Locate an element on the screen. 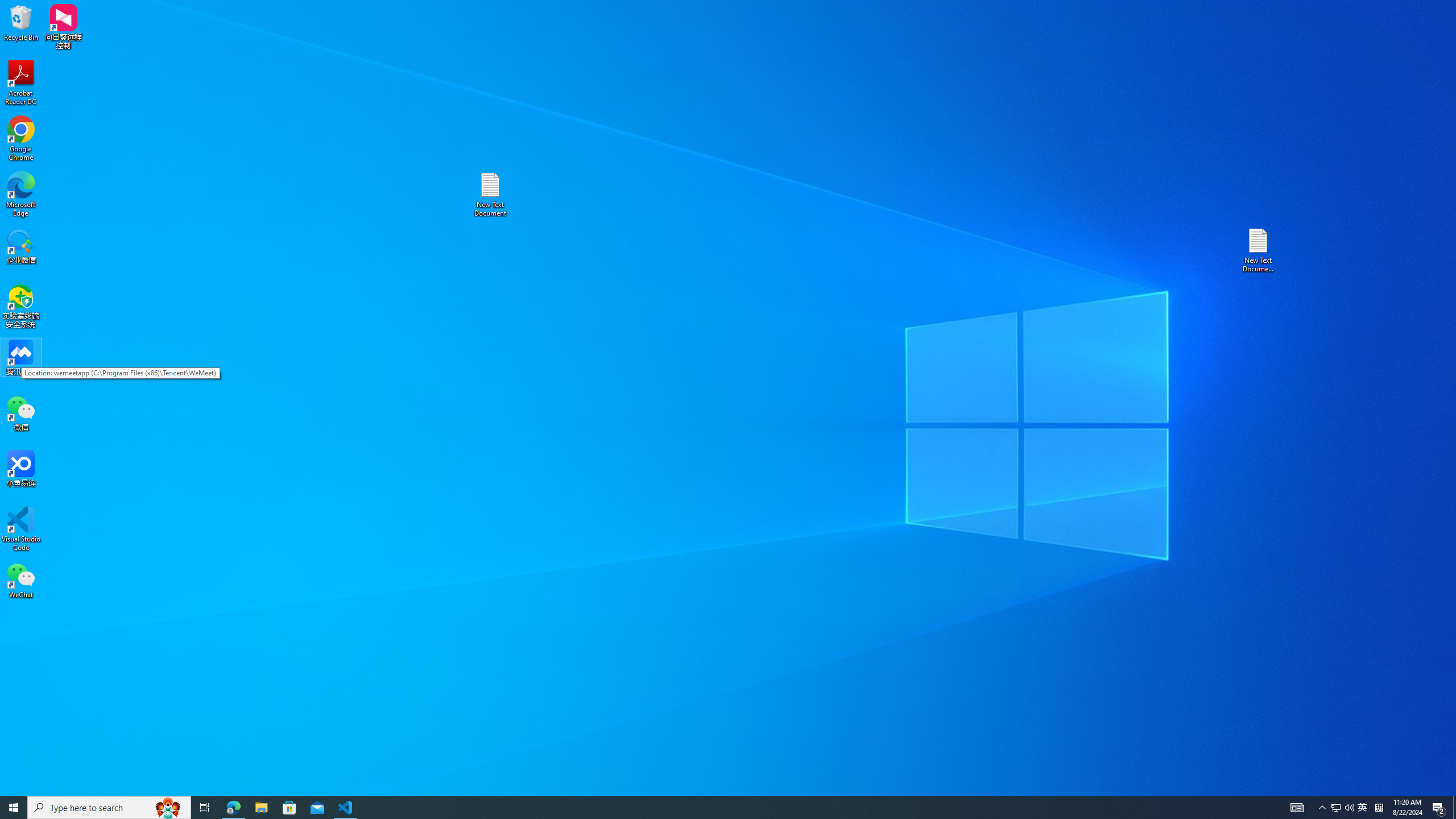  'Acrobat Reader DC' is located at coordinates (20, 82).